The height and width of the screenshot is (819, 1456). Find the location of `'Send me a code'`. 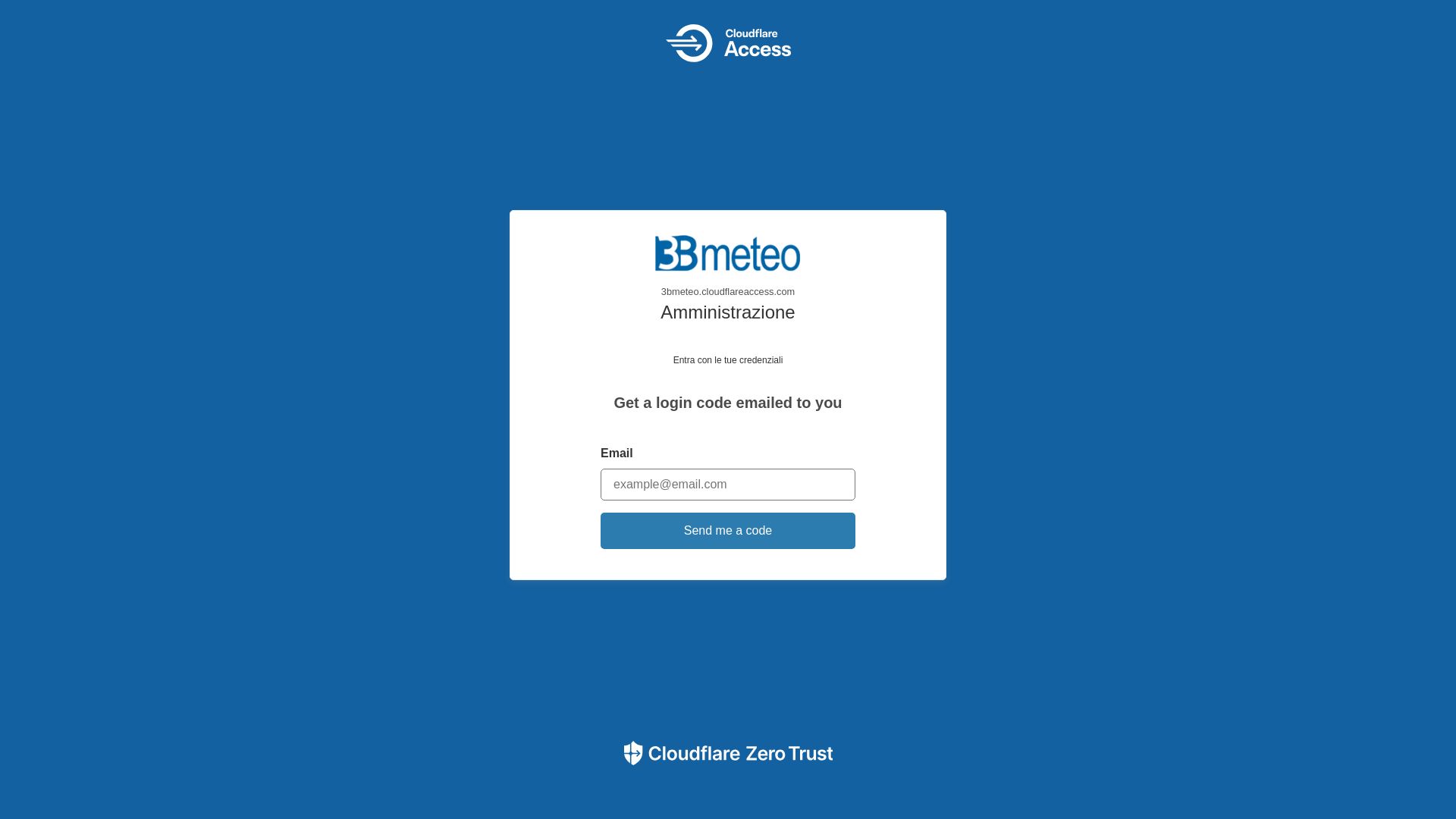

'Send me a code' is located at coordinates (728, 529).